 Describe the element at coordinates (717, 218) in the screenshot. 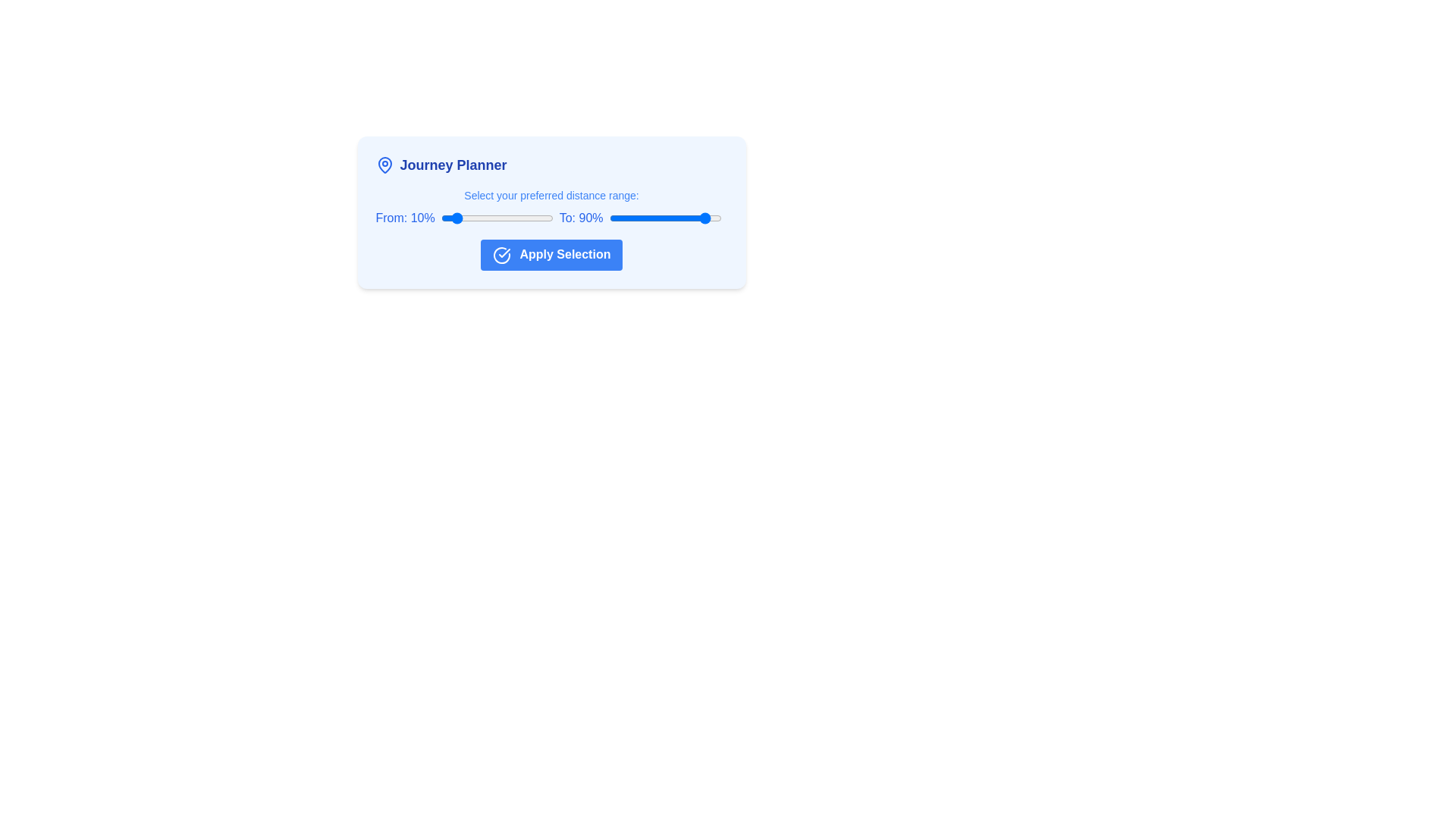

I see `the slider value` at that location.